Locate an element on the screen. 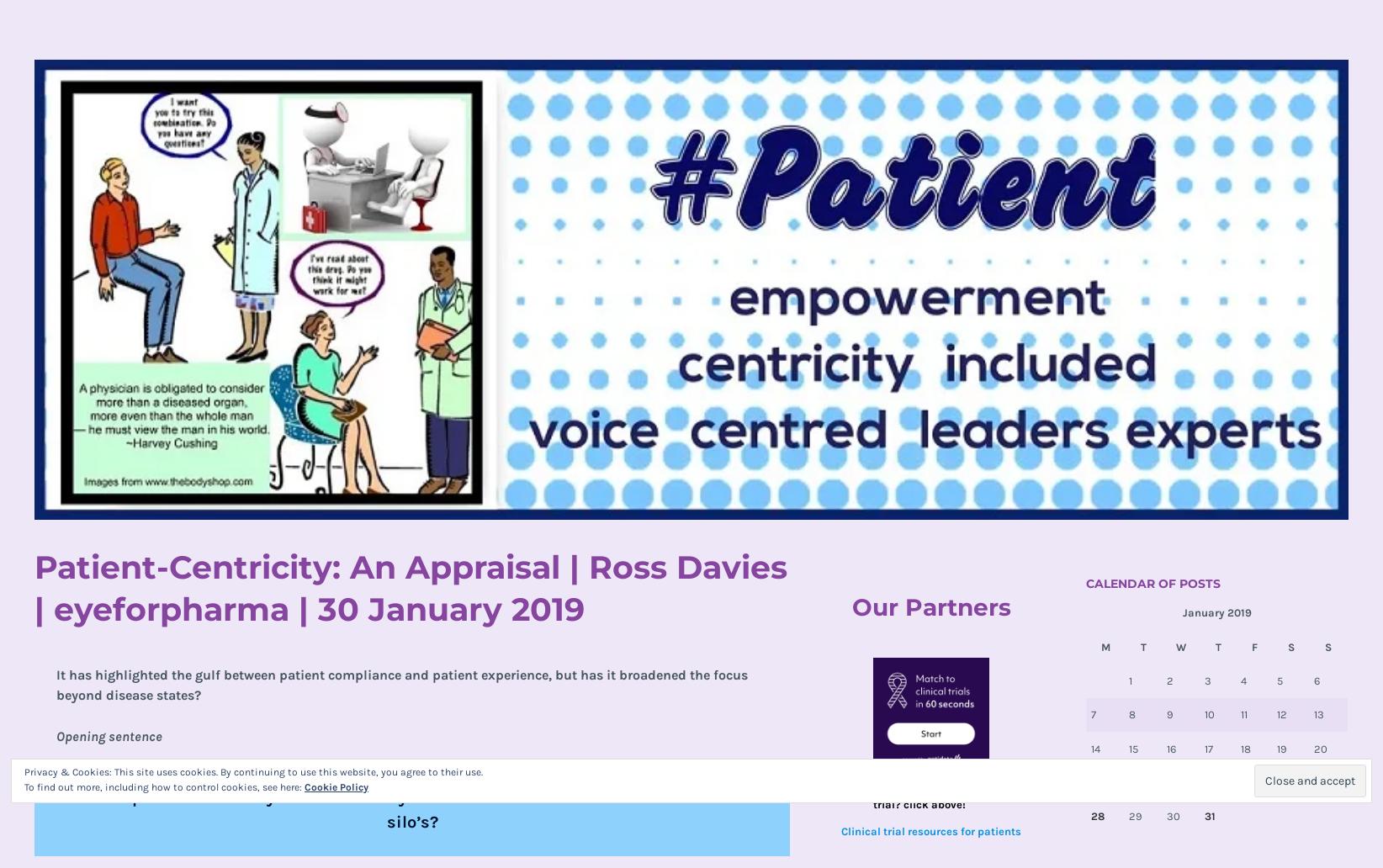 Image resolution: width=1383 pixels, height=868 pixels. '5' is located at coordinates (1280, 680).